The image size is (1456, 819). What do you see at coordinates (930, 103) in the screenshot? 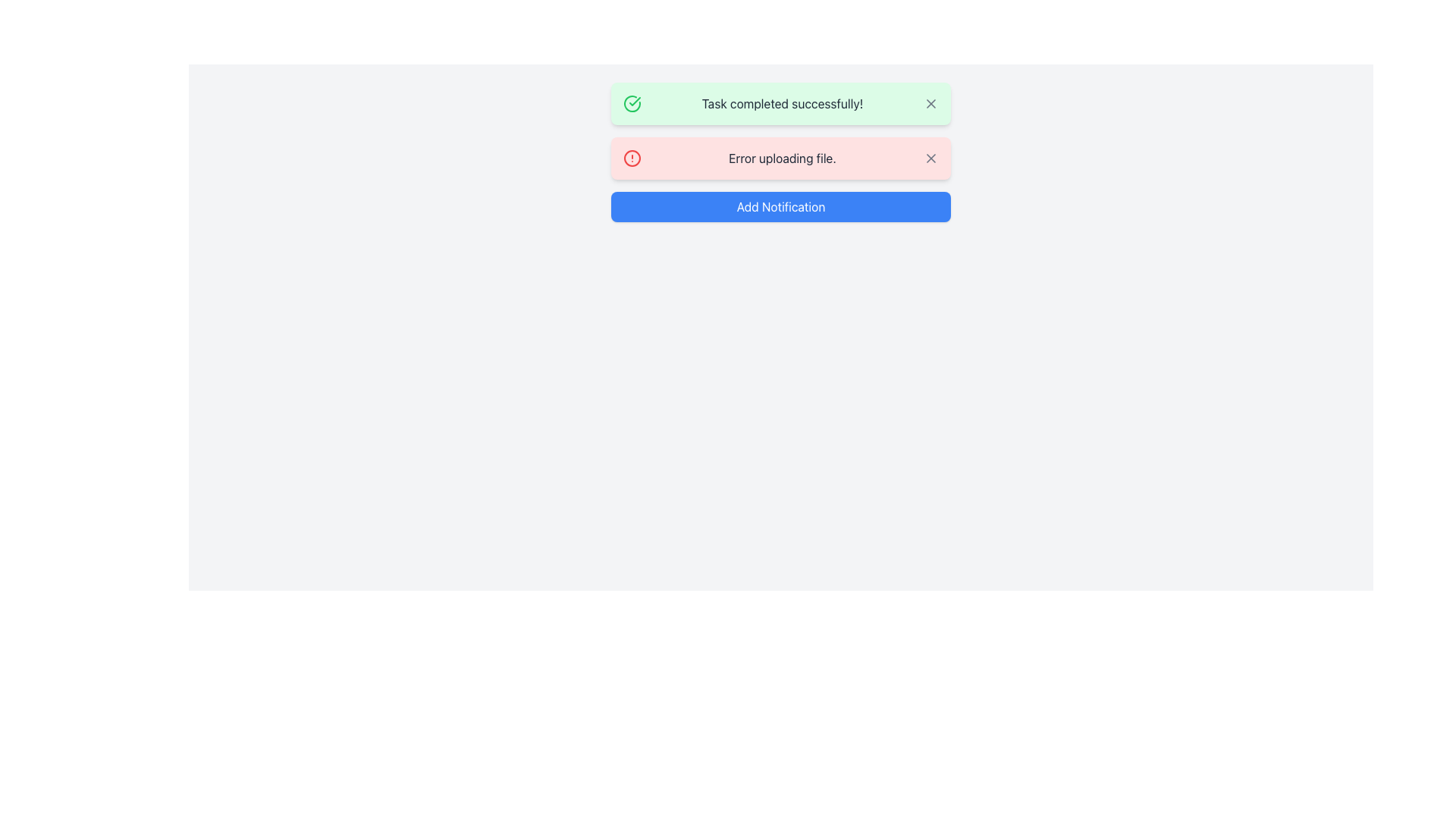
I see `the small cross-shaped icon` at bounding box center [930, 103].